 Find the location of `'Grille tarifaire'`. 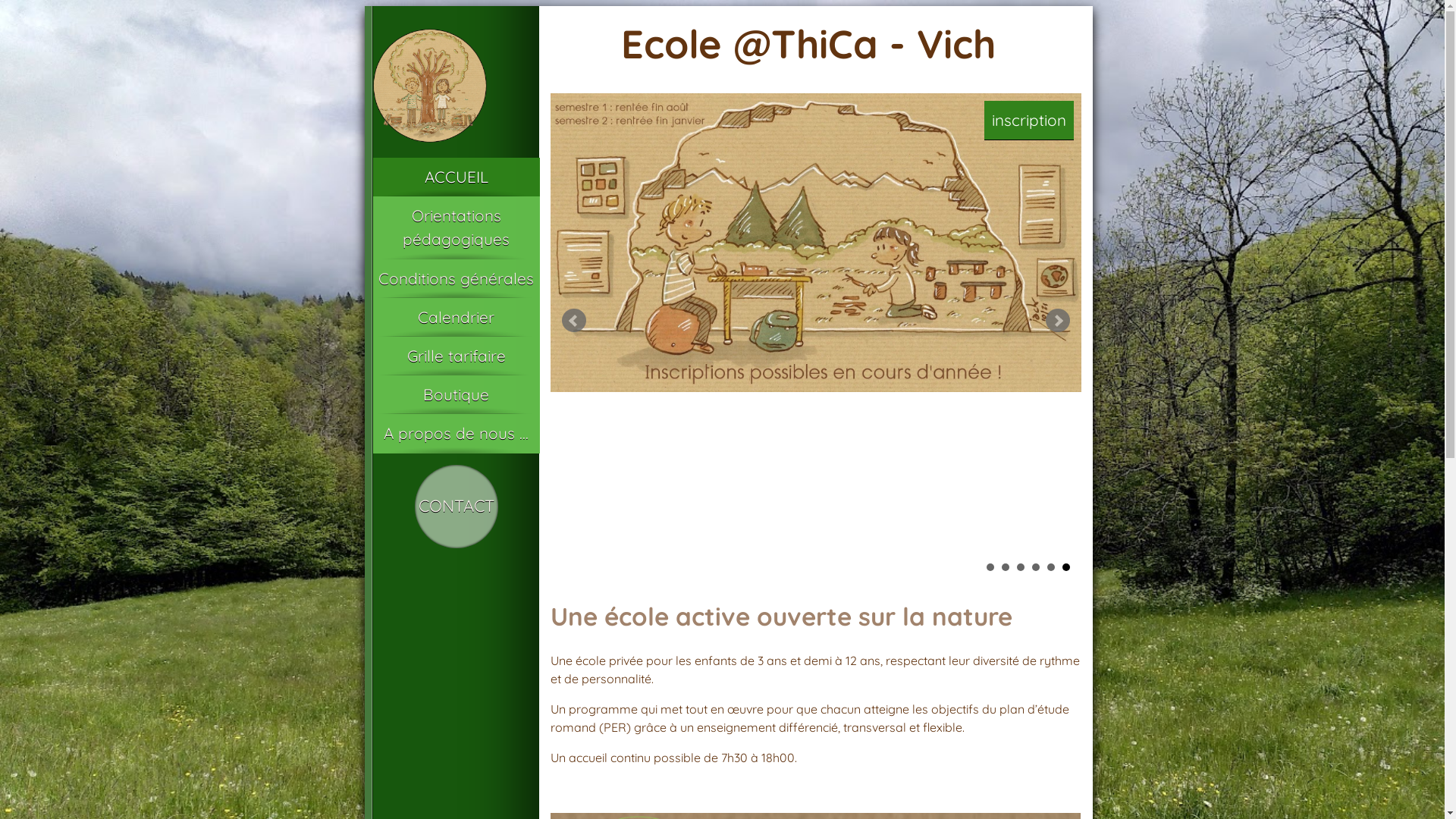

'Grille tarifaire' is located at coordinates (455, 356).